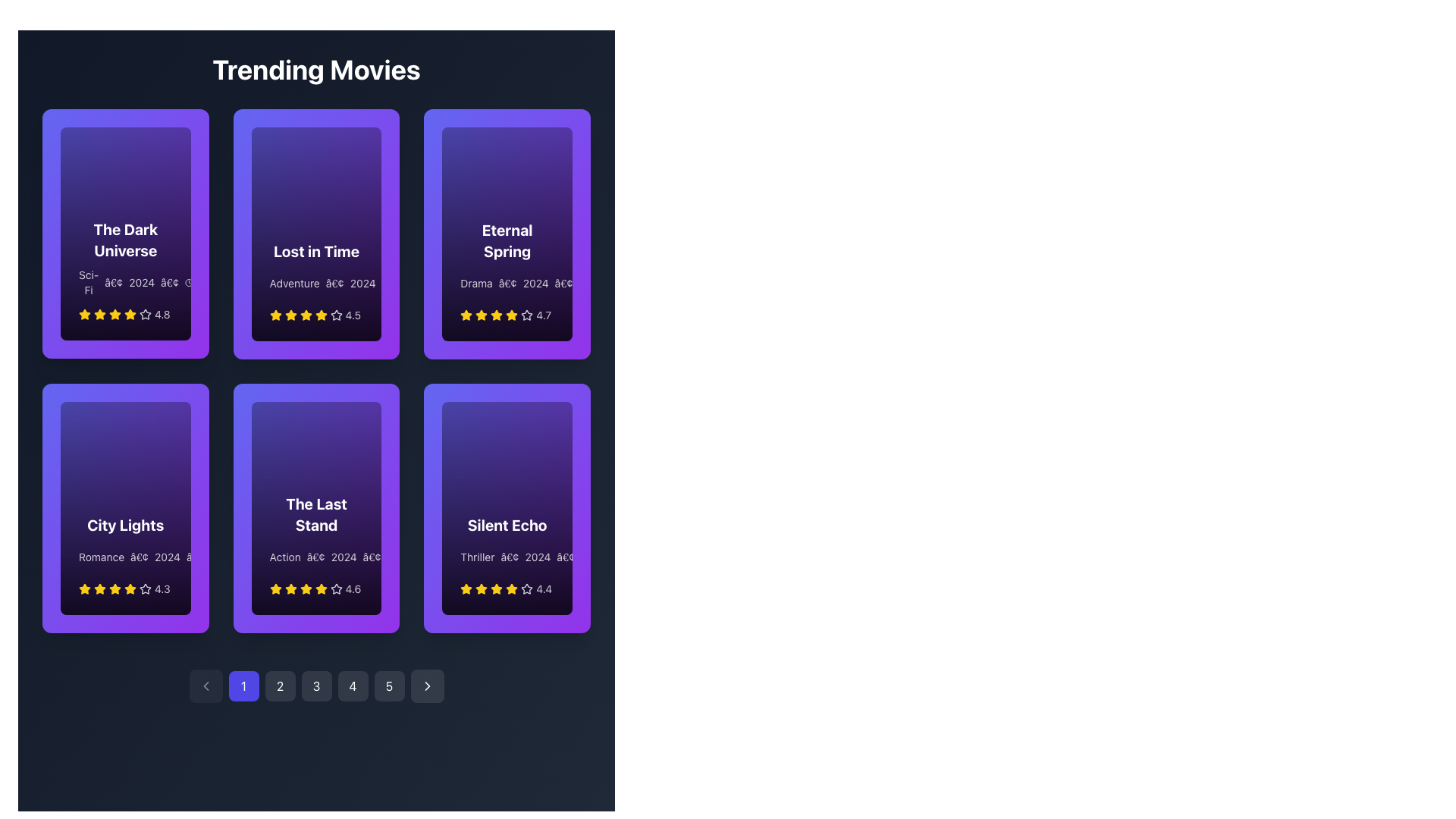 This screenshot has height=819, width=1456. Describe the element at coordinates (130, 314) in the screenshot. I see `the bright yellow five-pointed star icon in the rating section of 'The Dark Universe' card, which is the sixth star in a horizontal sequence` at that location.